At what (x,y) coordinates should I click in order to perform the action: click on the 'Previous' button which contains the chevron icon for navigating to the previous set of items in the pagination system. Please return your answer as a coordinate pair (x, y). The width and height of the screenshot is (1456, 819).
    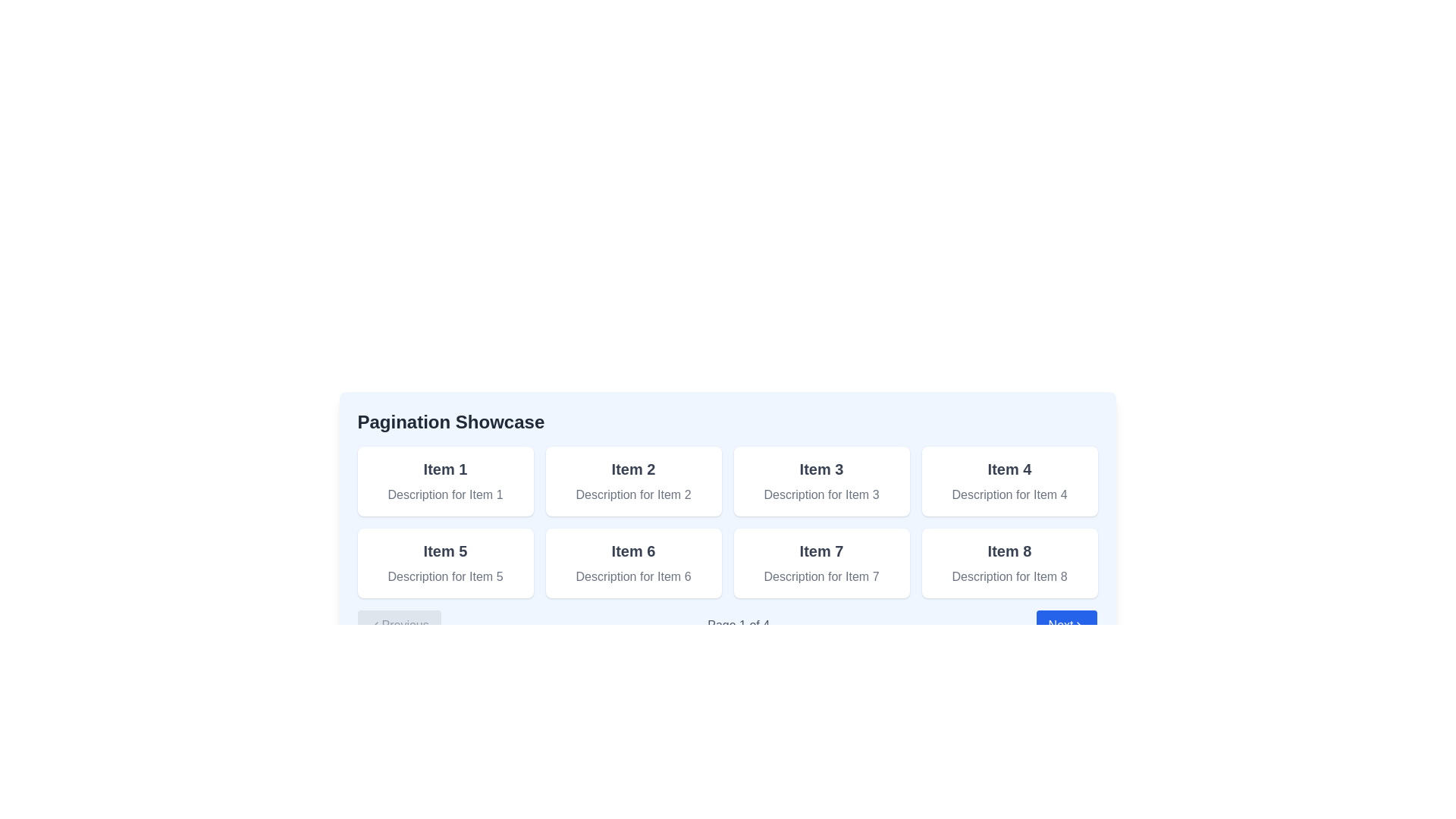
    Looking at the image, I should click on (375, 626).